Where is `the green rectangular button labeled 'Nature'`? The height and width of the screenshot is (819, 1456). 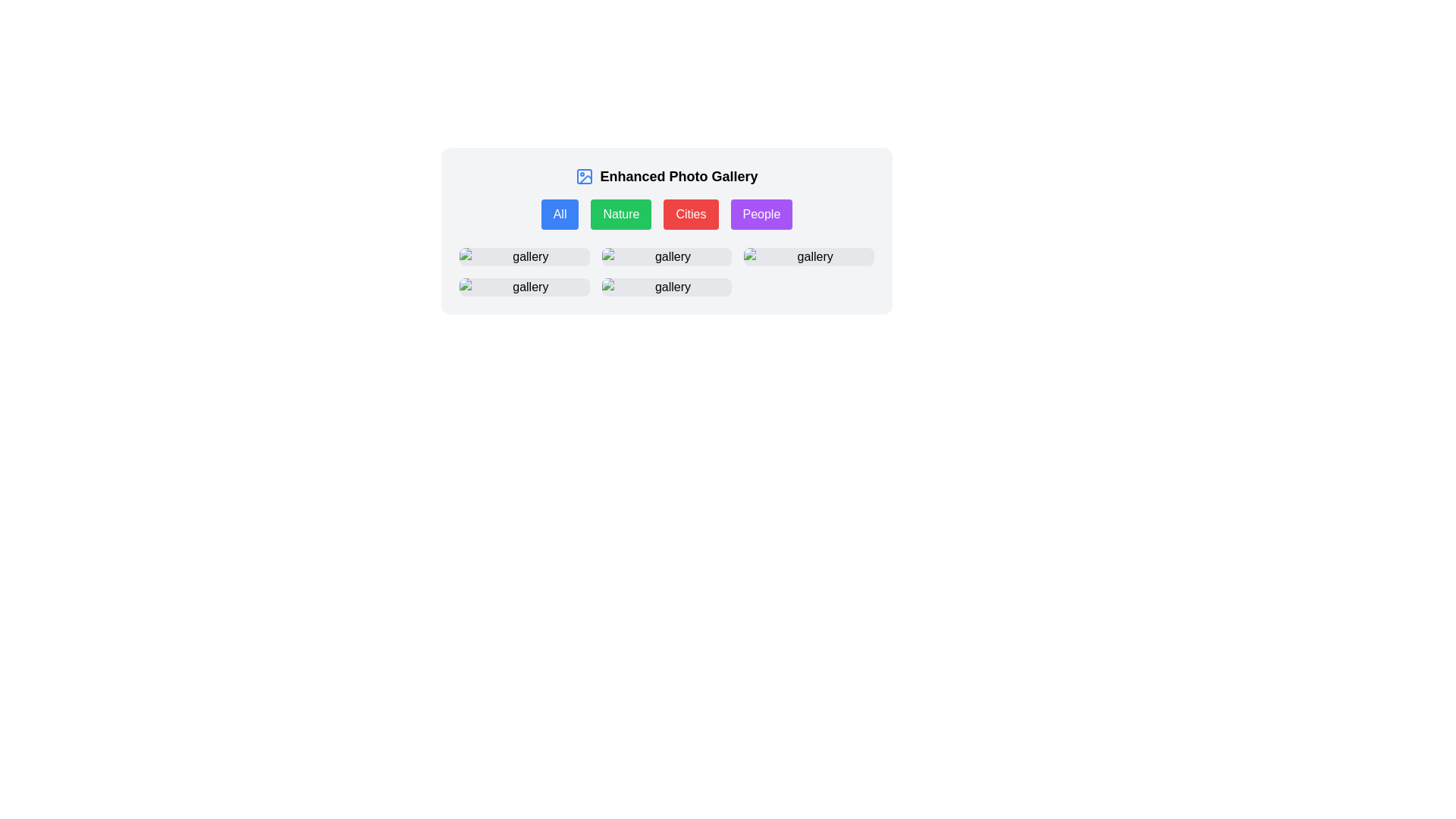
the green rectangular button labeled 'Nature' is located at coordinates (621, 214).